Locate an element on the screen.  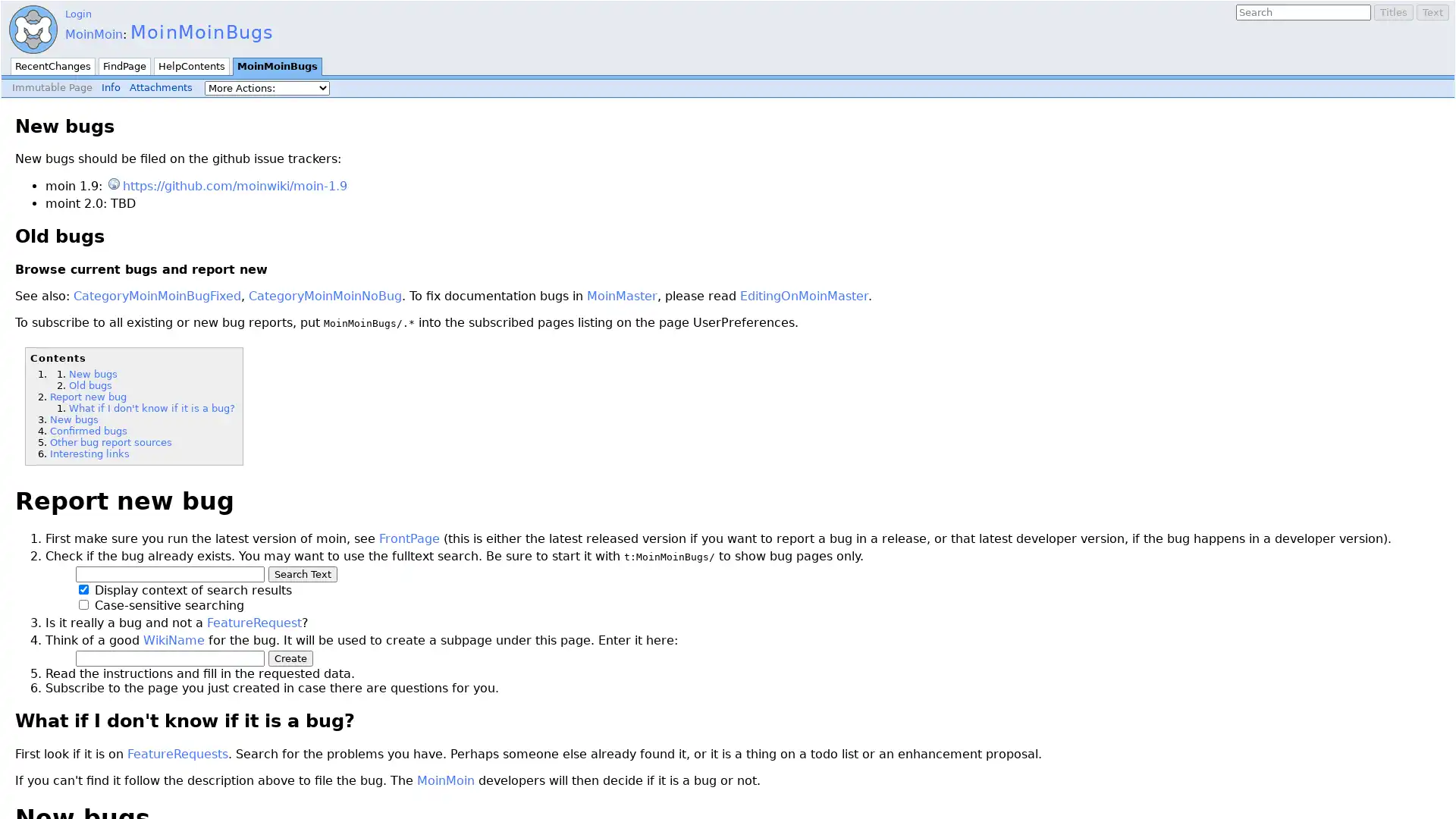
Titles is located at coordinates (1394, 12).